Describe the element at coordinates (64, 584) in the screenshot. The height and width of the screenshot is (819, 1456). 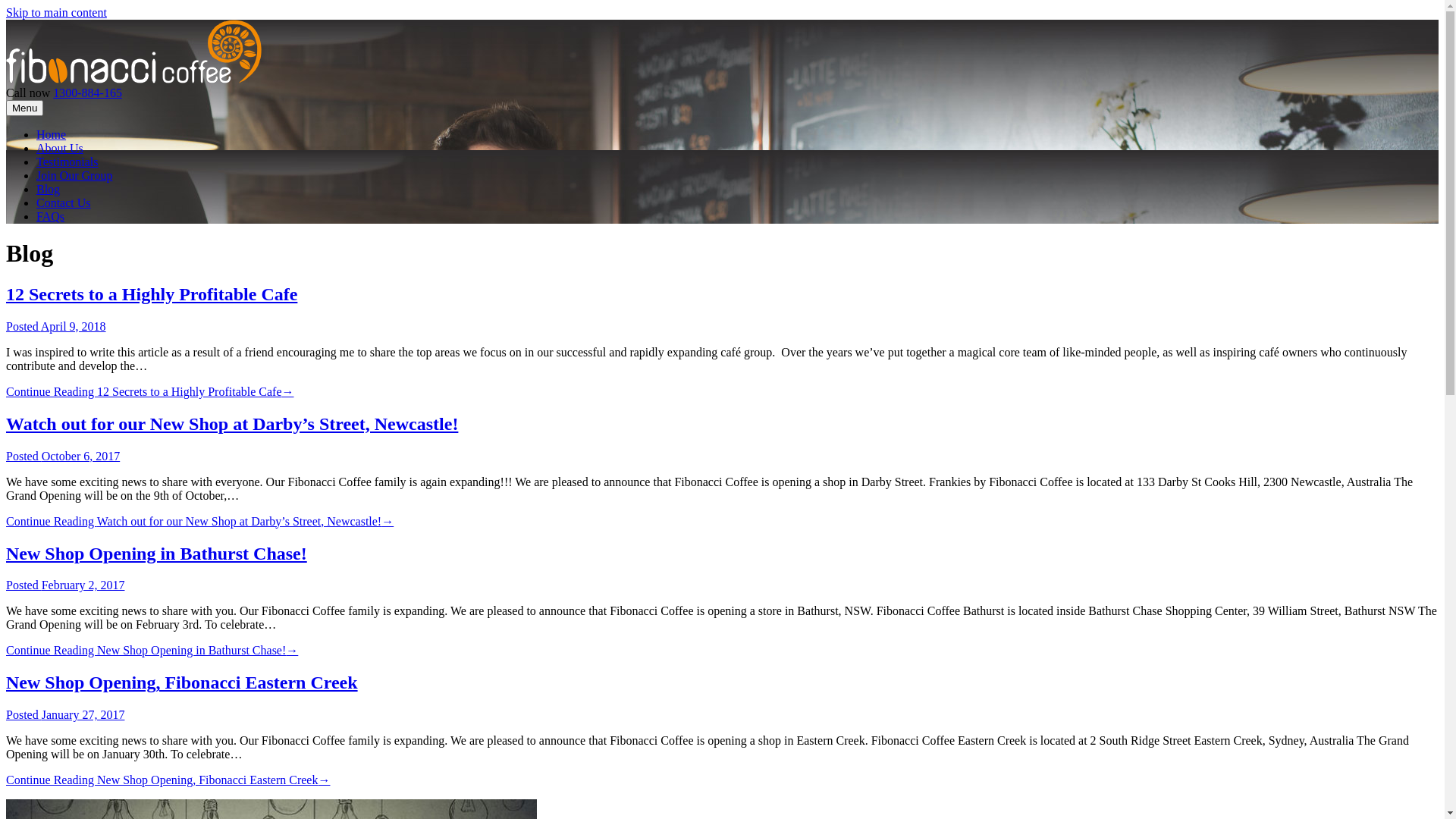
I see `'Posted February 2, 2017'` at that location.